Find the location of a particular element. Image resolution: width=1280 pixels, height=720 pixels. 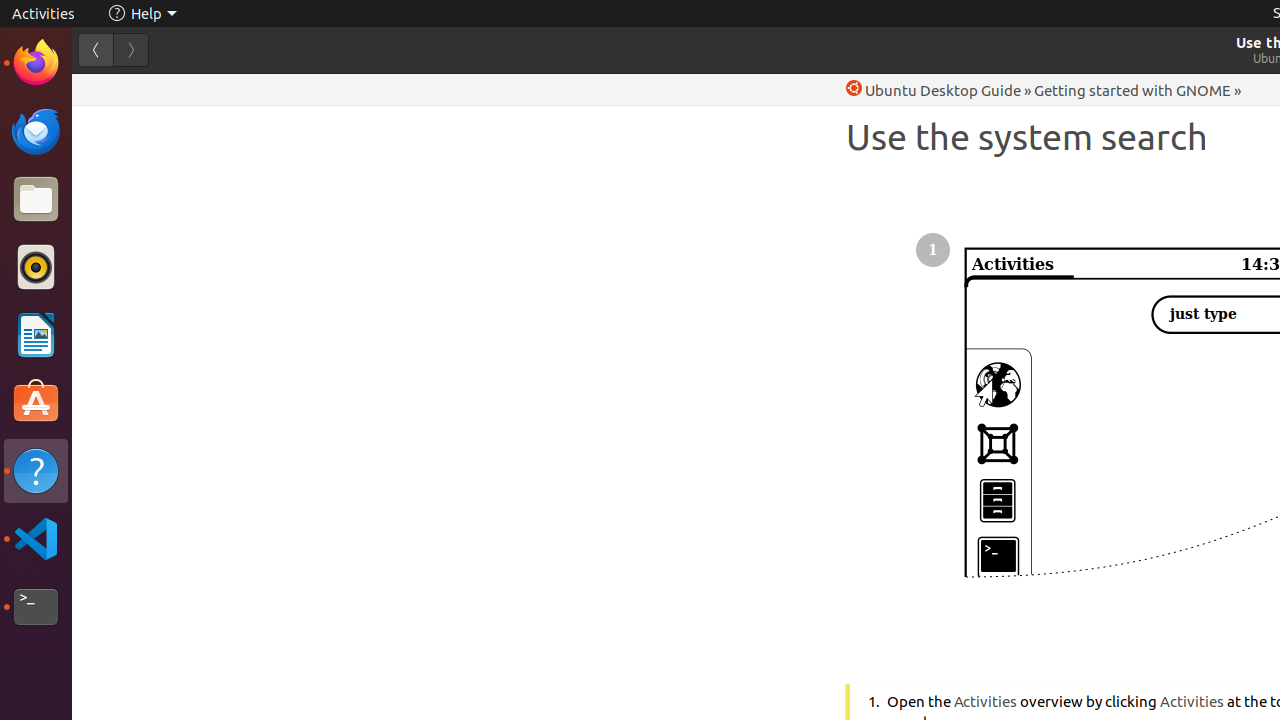

'Firefox Web Browser' is located at coordinates (35, 61).